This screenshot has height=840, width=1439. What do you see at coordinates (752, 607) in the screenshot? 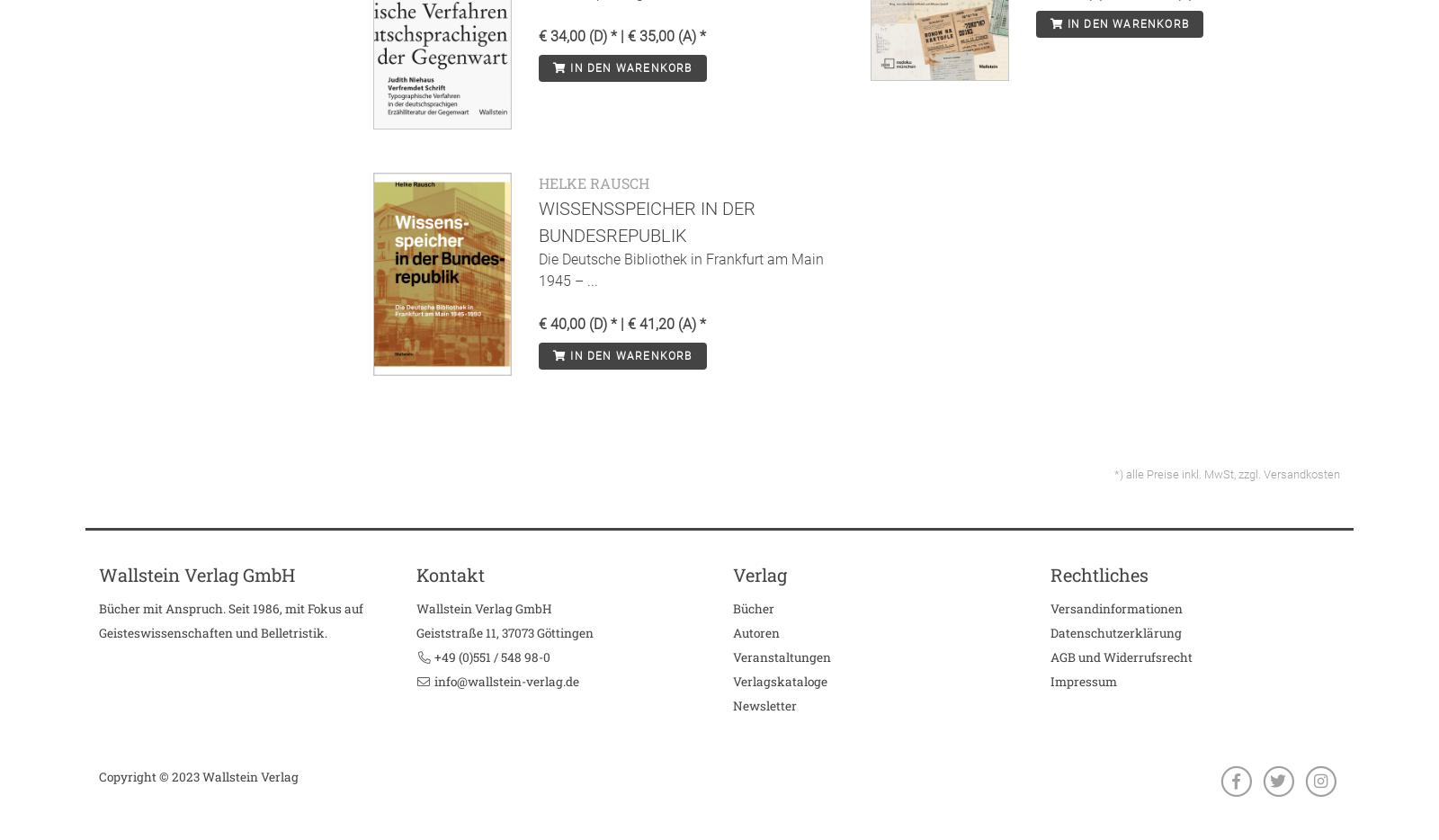
I see `'Bücher'` at bounding box center [752, 607].